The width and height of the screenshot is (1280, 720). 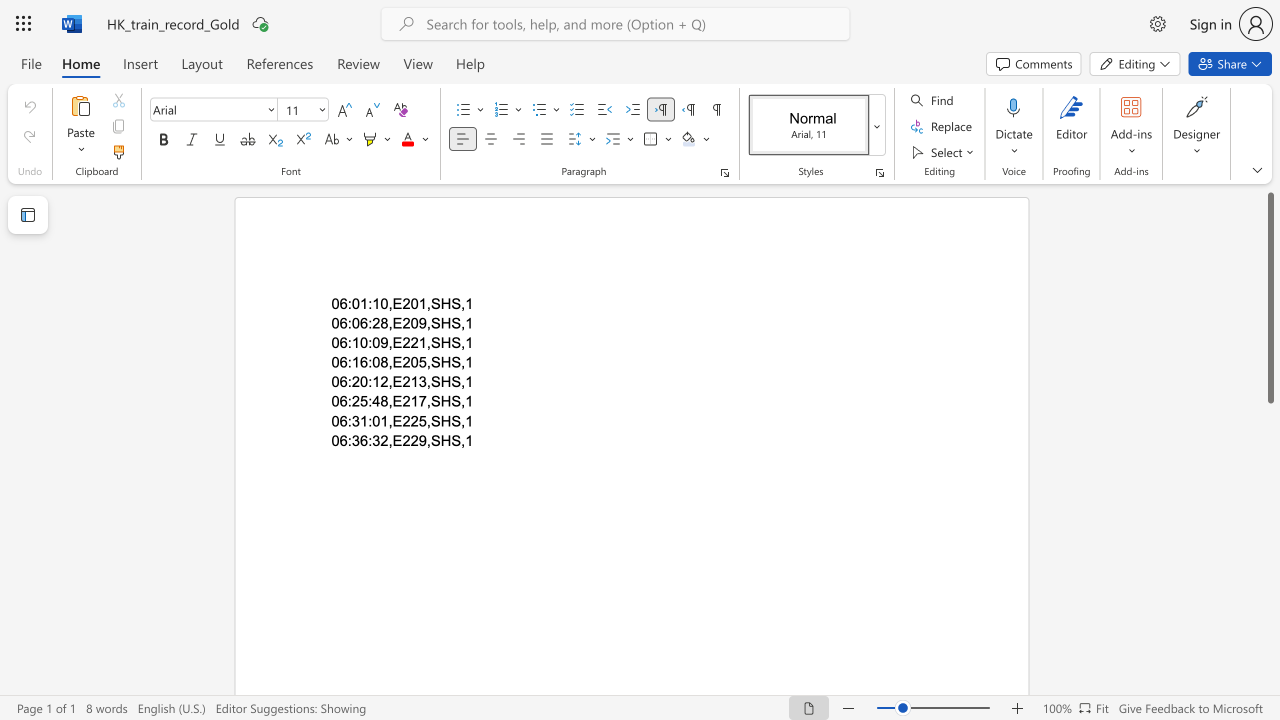 What do you see at coordinates (1269, 298) in the screenshot?
I see `the scrollbar and move down 60 pixels` at bounding box center [1269, 298].